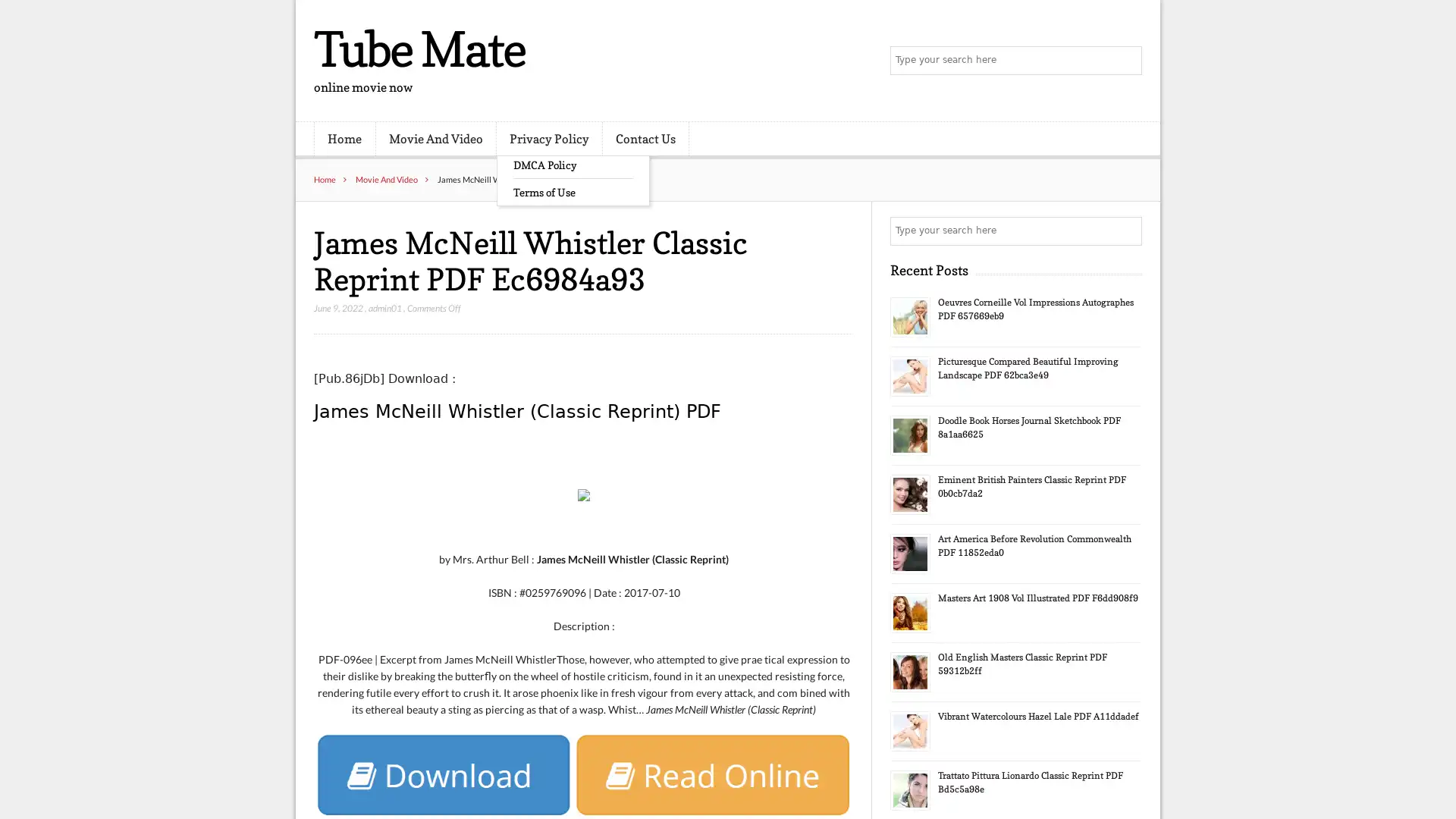 The width and height of the screenshot is (1456, 819). I want to click on Search, so click(1126, 231).